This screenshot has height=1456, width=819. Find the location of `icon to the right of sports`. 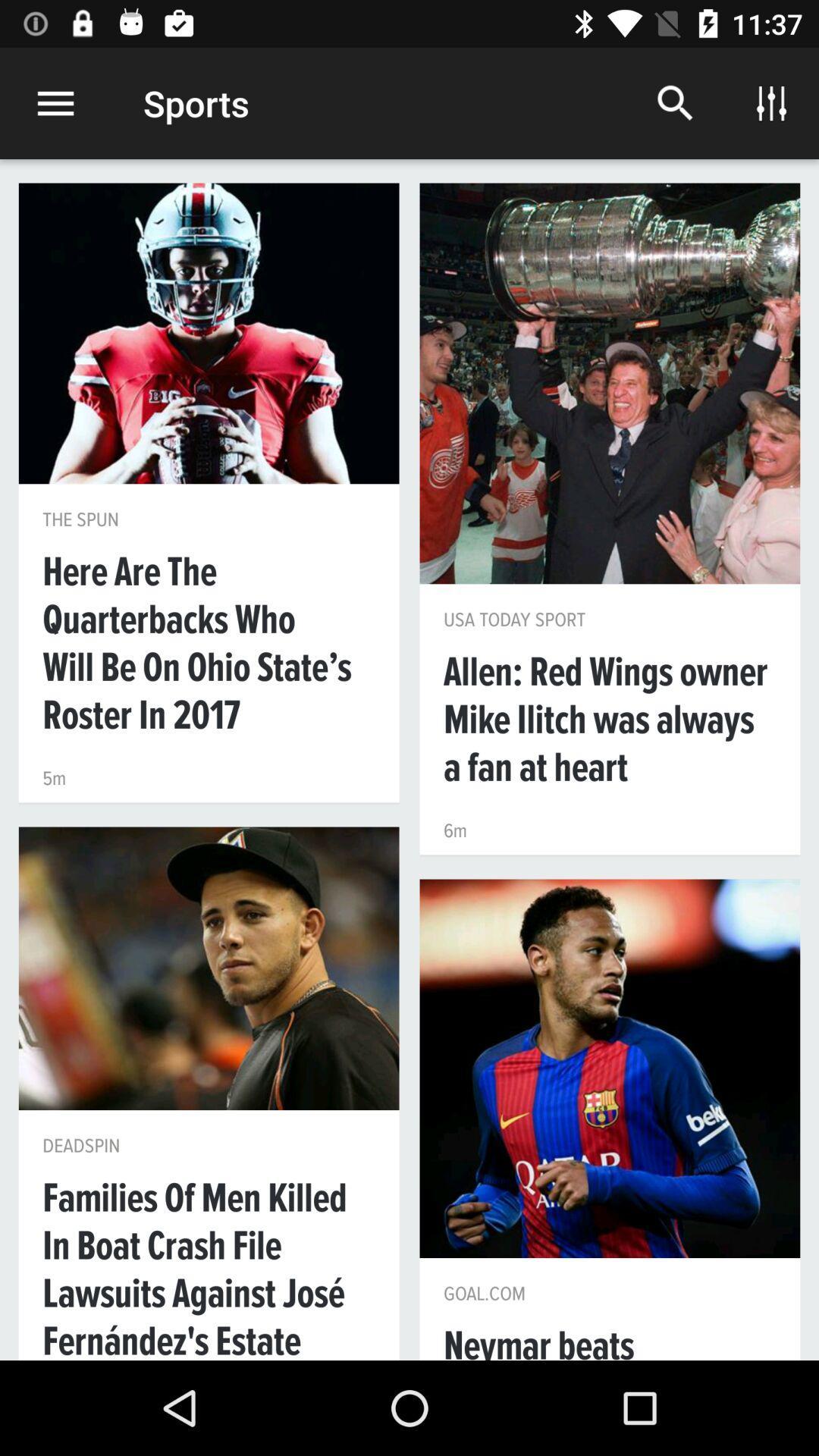

icon to the right of sports is located at coordinates (675, 102).